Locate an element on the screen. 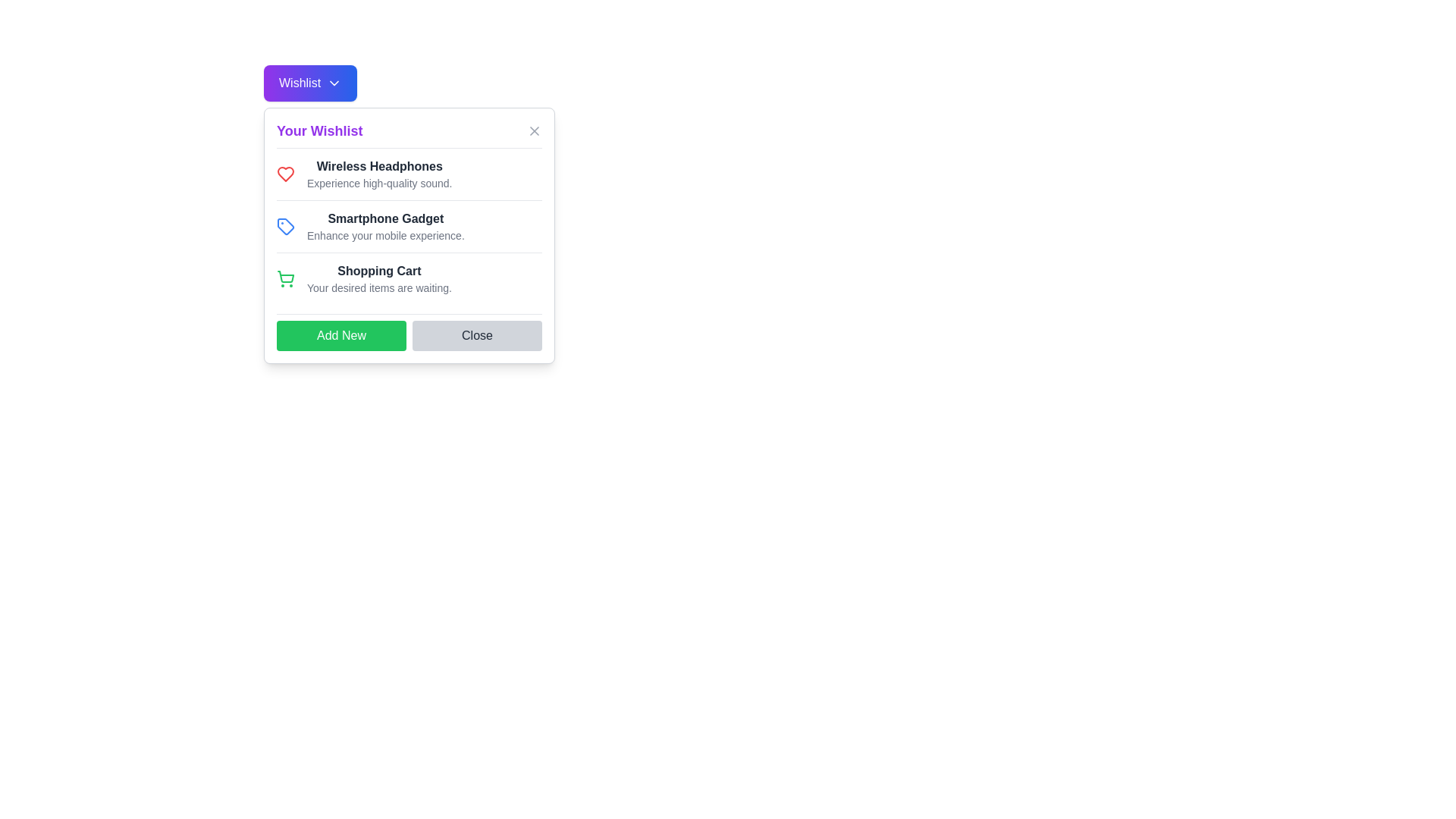 The image size is (1456, 819). text of the List item titled 'Smartphone Gadget' which is the second item in the 'Your Wishlist' modal is located at coordinates (409, 225).